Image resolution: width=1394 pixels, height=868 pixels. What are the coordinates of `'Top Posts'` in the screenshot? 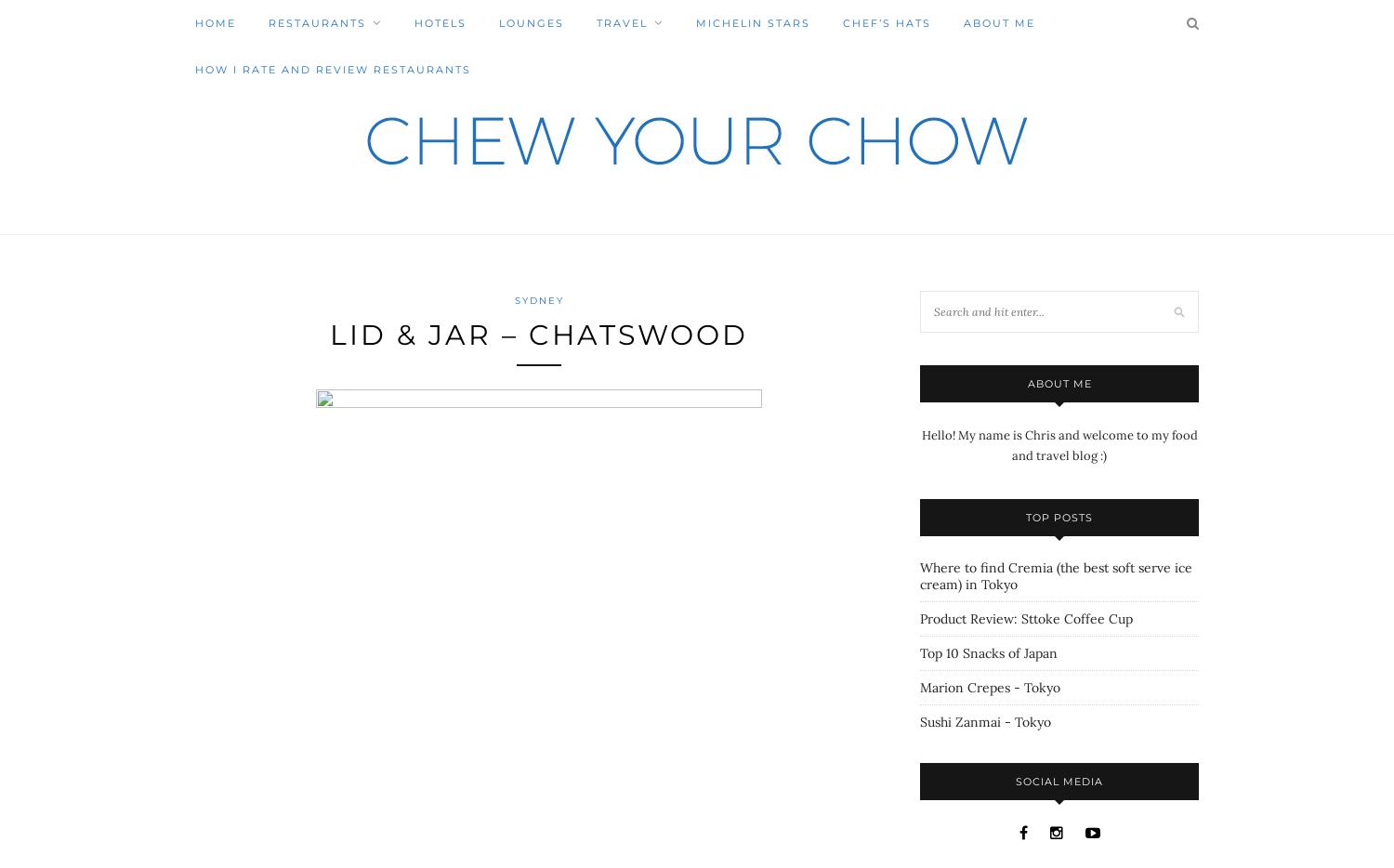 It's located at (1025, 518).